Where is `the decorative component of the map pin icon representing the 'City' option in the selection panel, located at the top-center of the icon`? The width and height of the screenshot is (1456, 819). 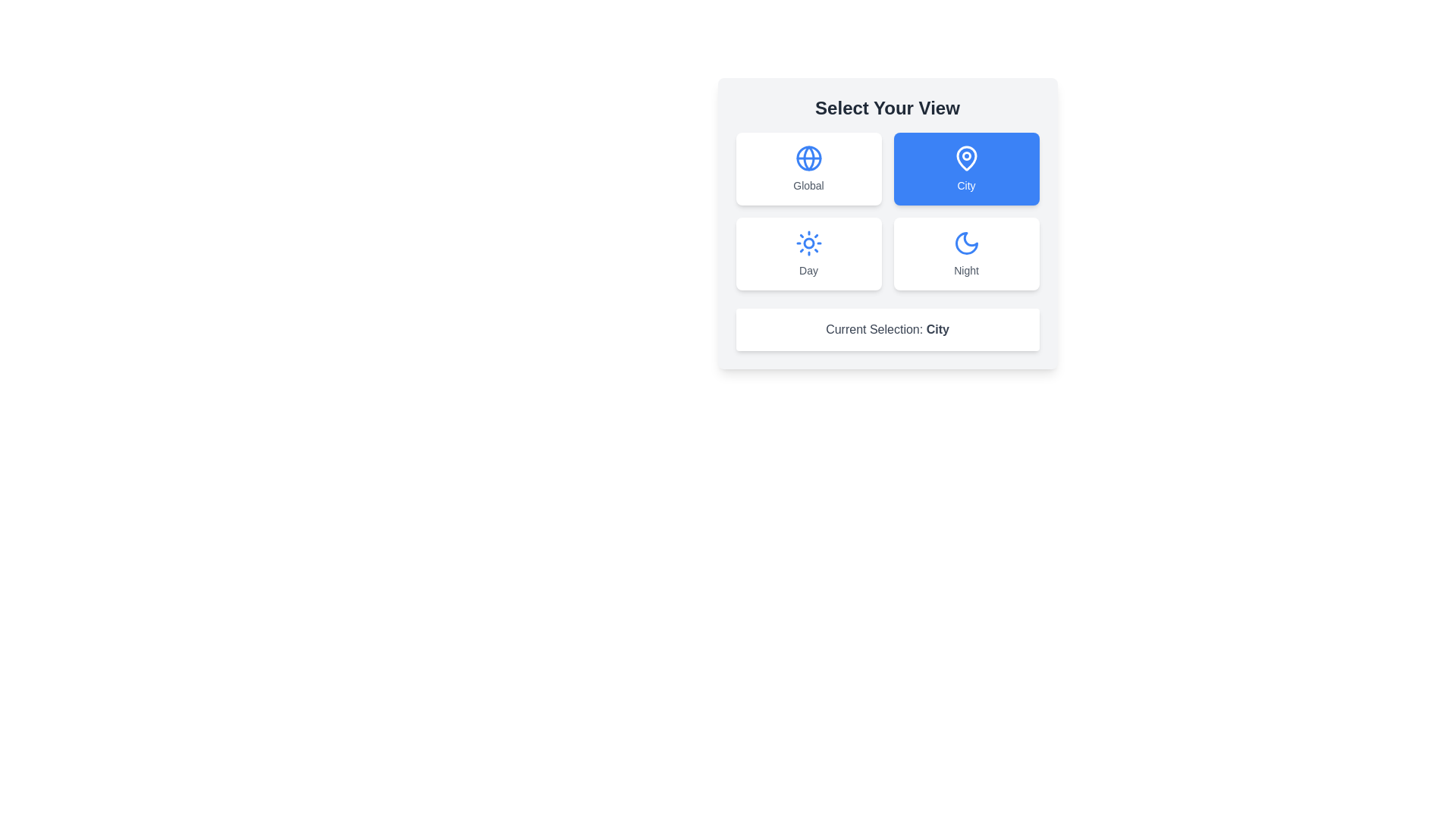 the decorative component of the map pin icon representing the 'City' option in the selection panel, located at the top-center of the icon is located at coordinates (965, 158).